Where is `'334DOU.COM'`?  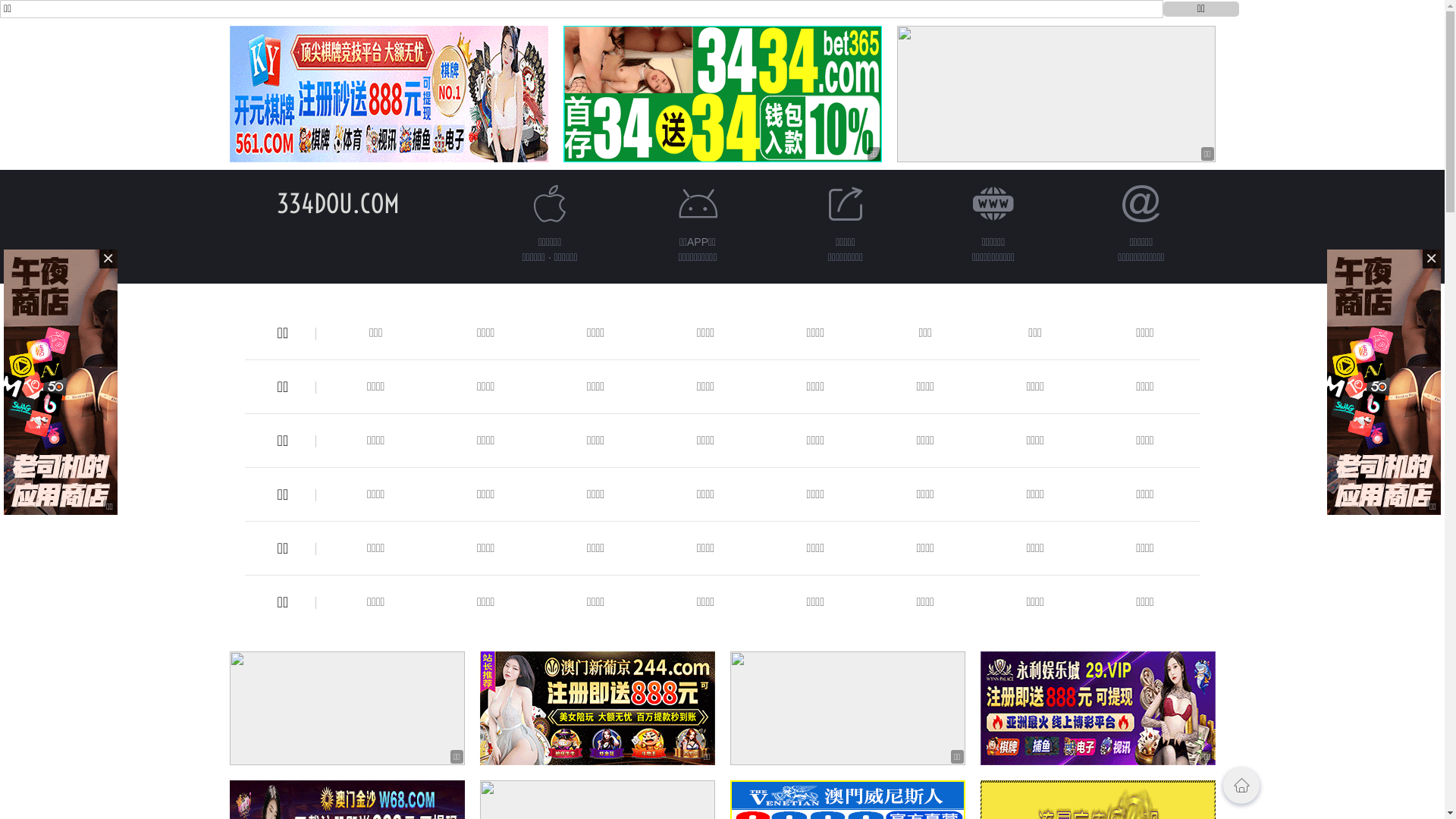 '334DOU.COM' is located at coordinates (337, 202).